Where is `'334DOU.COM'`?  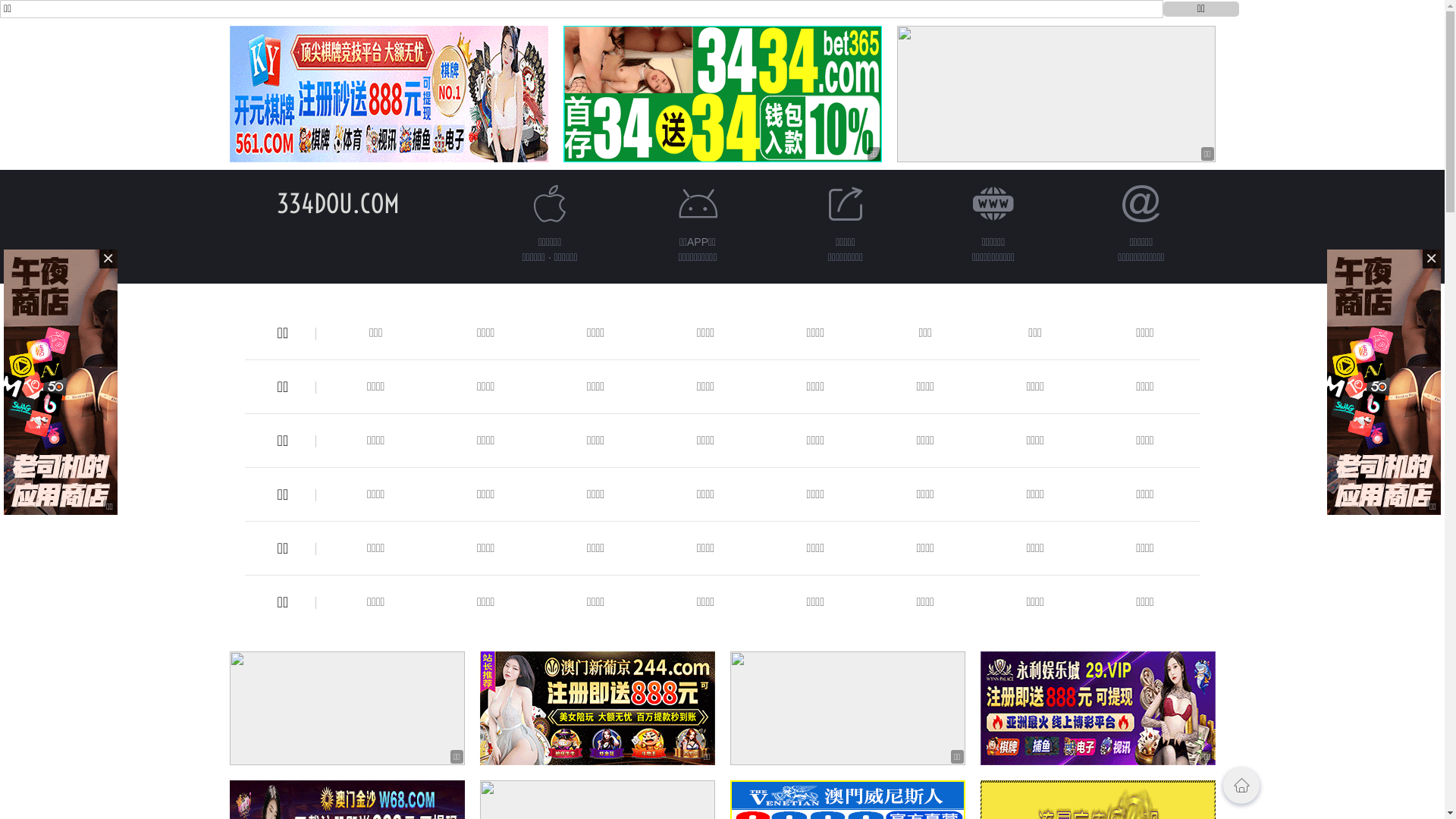 '334DOU.COM' is located at coordinates (337, 202).